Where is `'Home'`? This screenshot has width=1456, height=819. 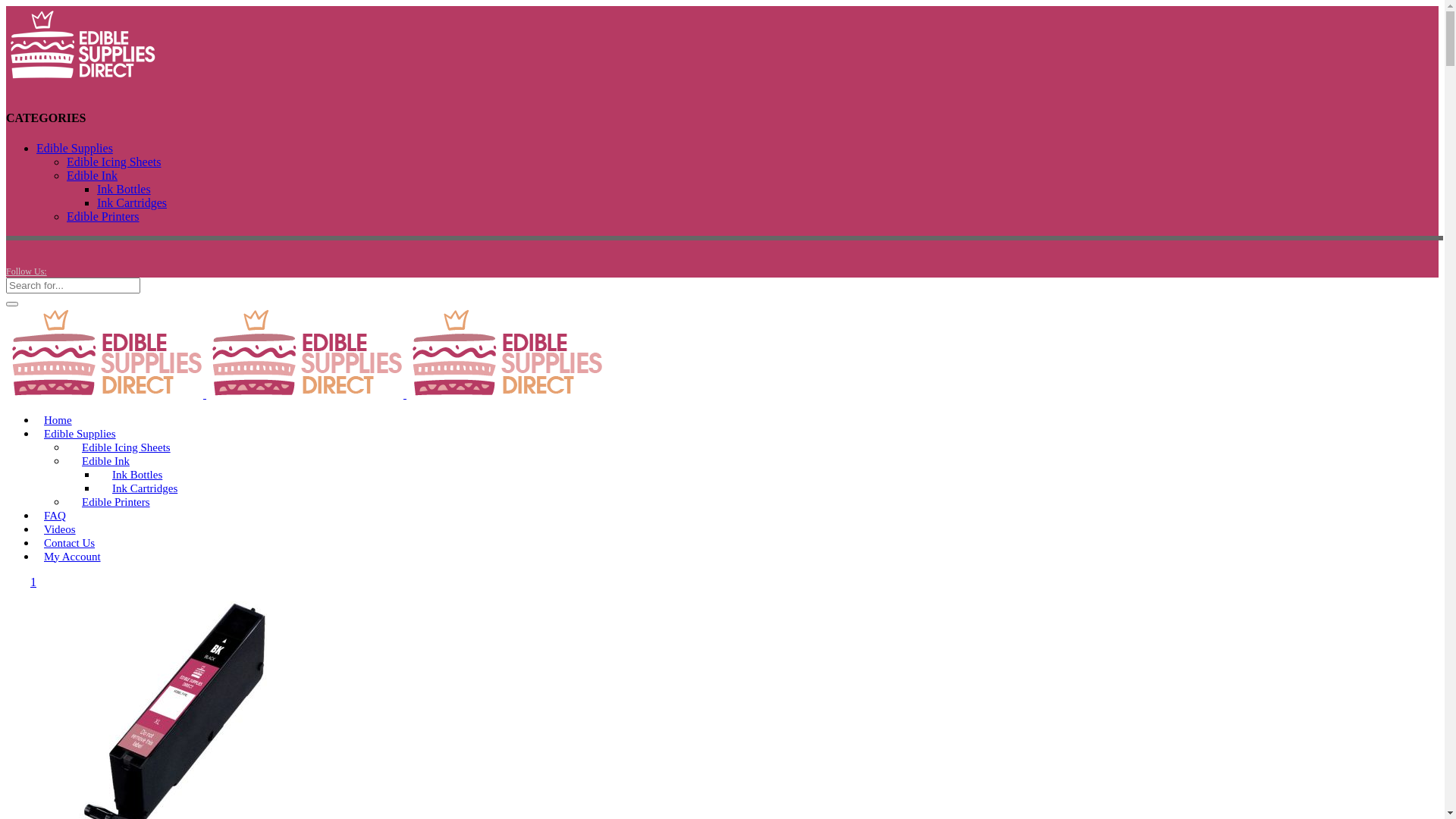 'Home' is located at coordinates (58, 420).